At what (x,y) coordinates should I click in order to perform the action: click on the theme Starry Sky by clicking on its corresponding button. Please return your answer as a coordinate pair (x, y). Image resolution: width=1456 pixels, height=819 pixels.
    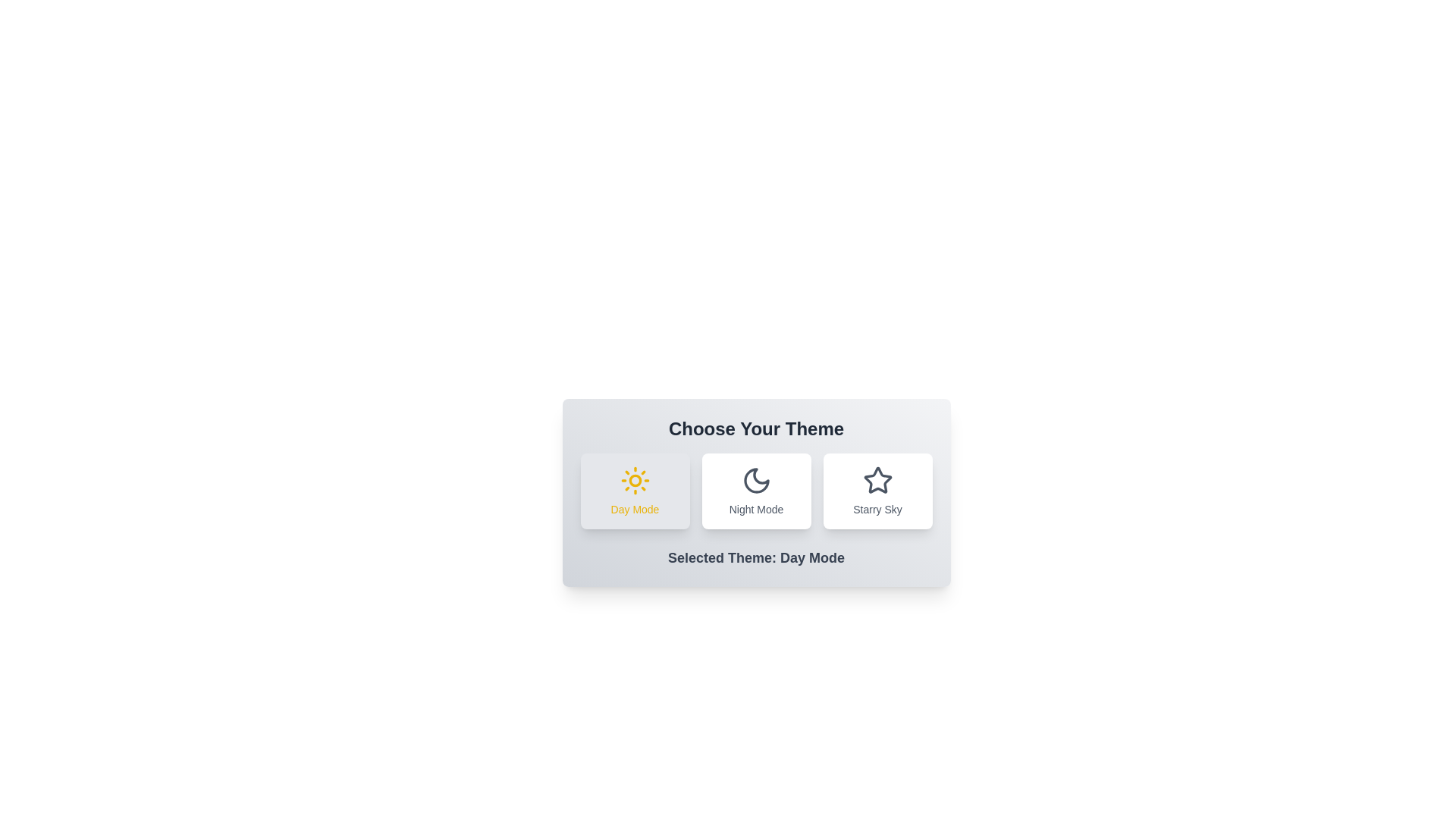
    Looking at the image, I should click on (877, 491).